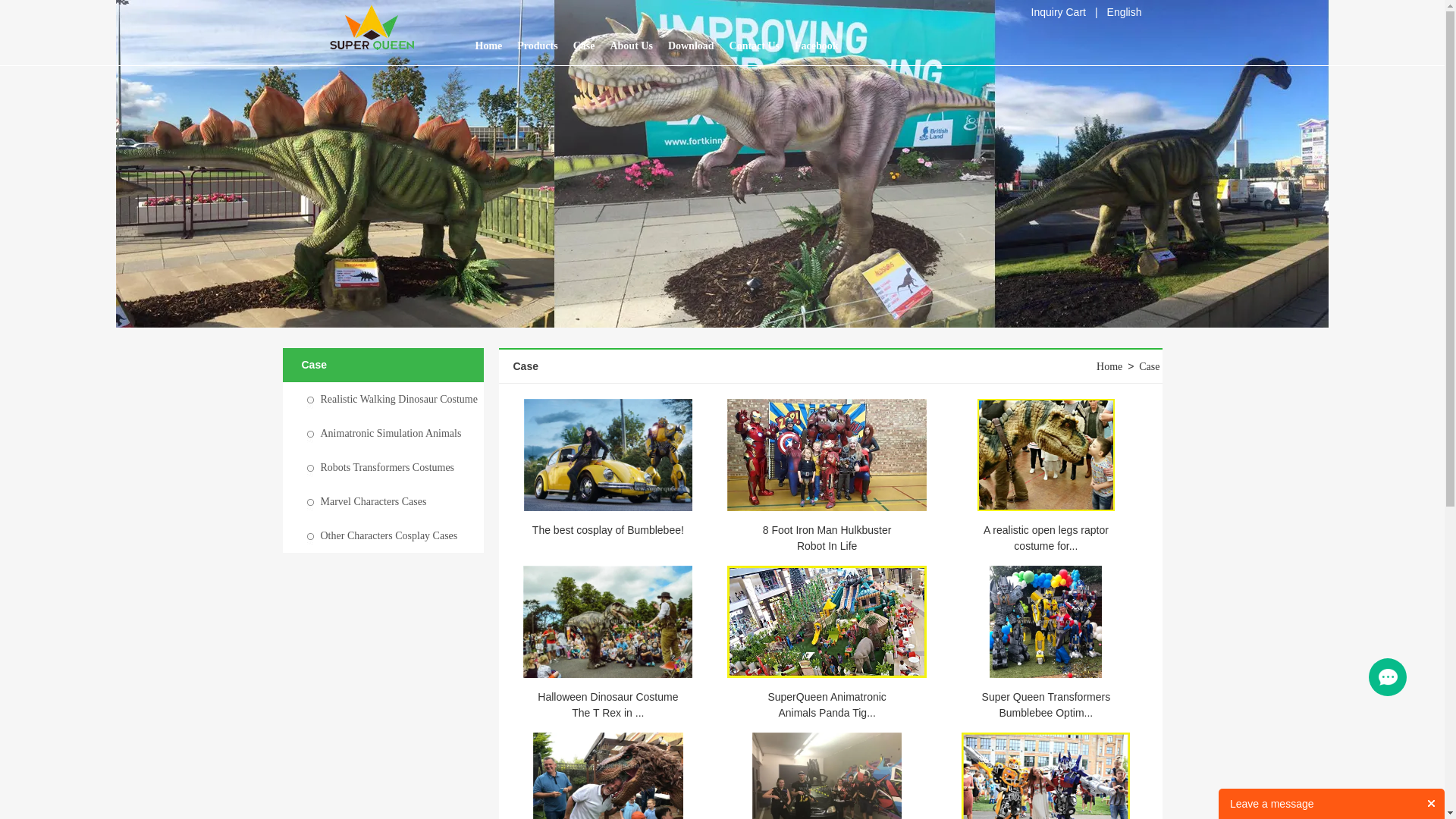 This screenshot has width=1456, height=819. I want to click on 'Super Queen Transformers Bumblebee Optimus prime in', so click(1044, 620).